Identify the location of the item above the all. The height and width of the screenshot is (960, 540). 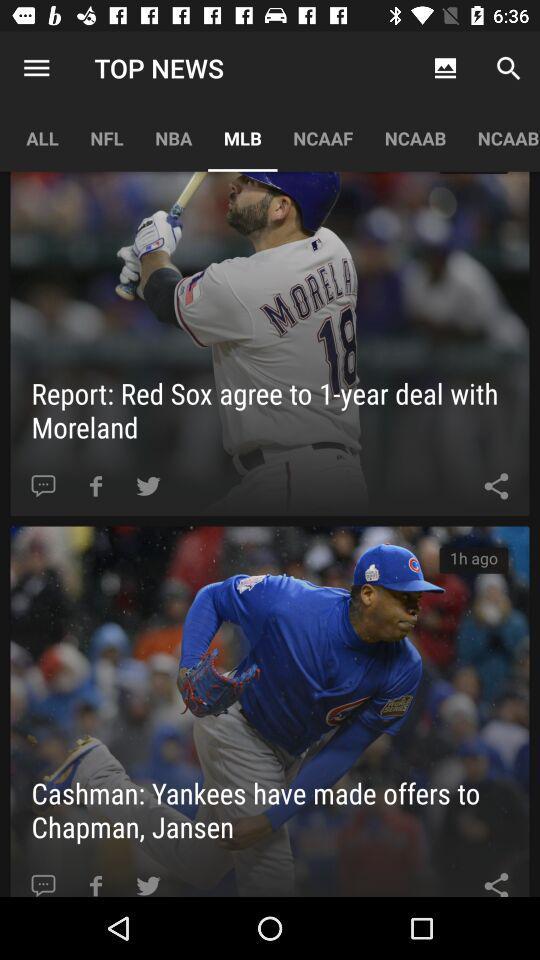
(36, 68).